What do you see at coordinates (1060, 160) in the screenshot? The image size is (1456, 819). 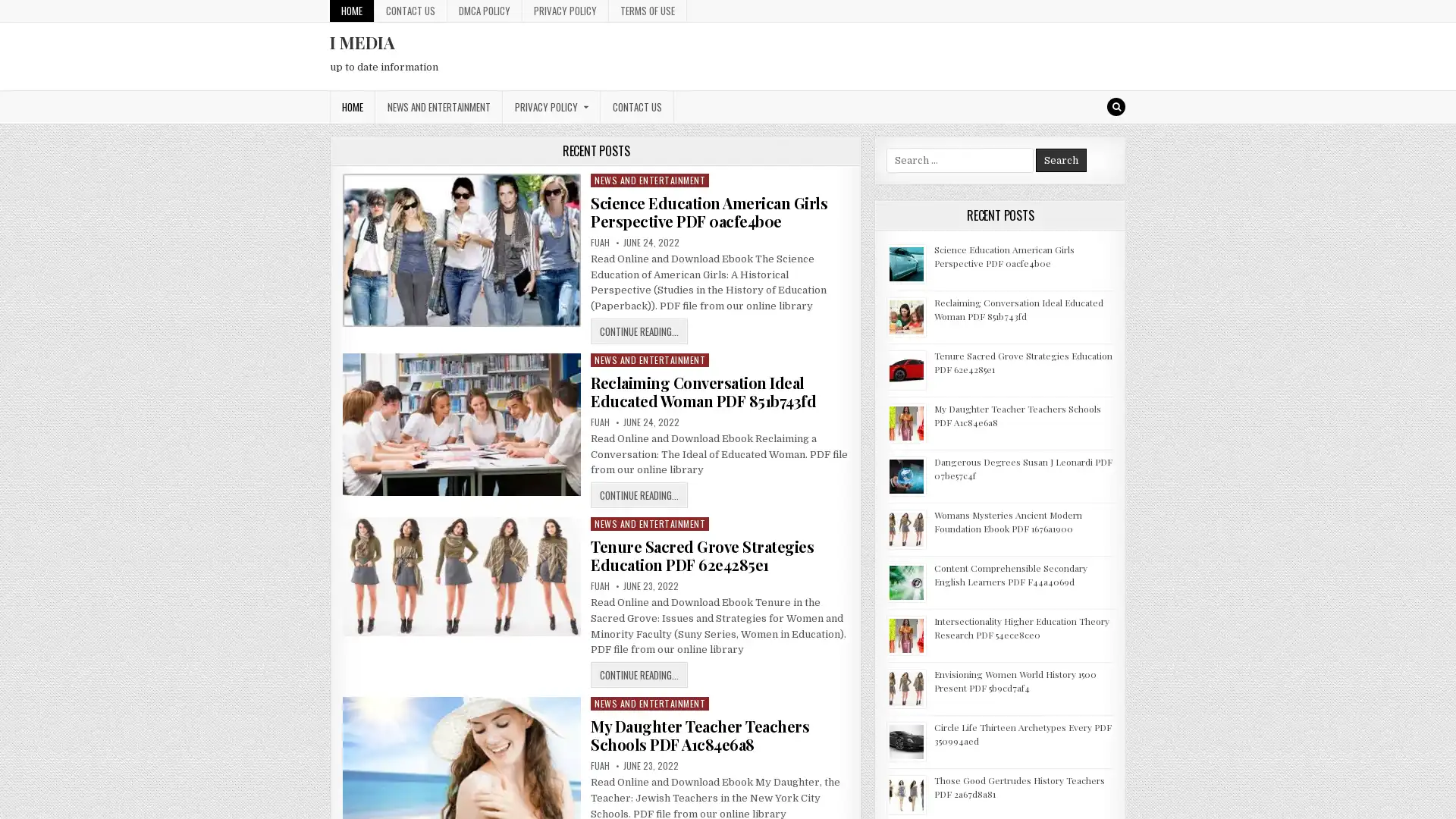 I see `Search` at bounding box center [1060, 160].